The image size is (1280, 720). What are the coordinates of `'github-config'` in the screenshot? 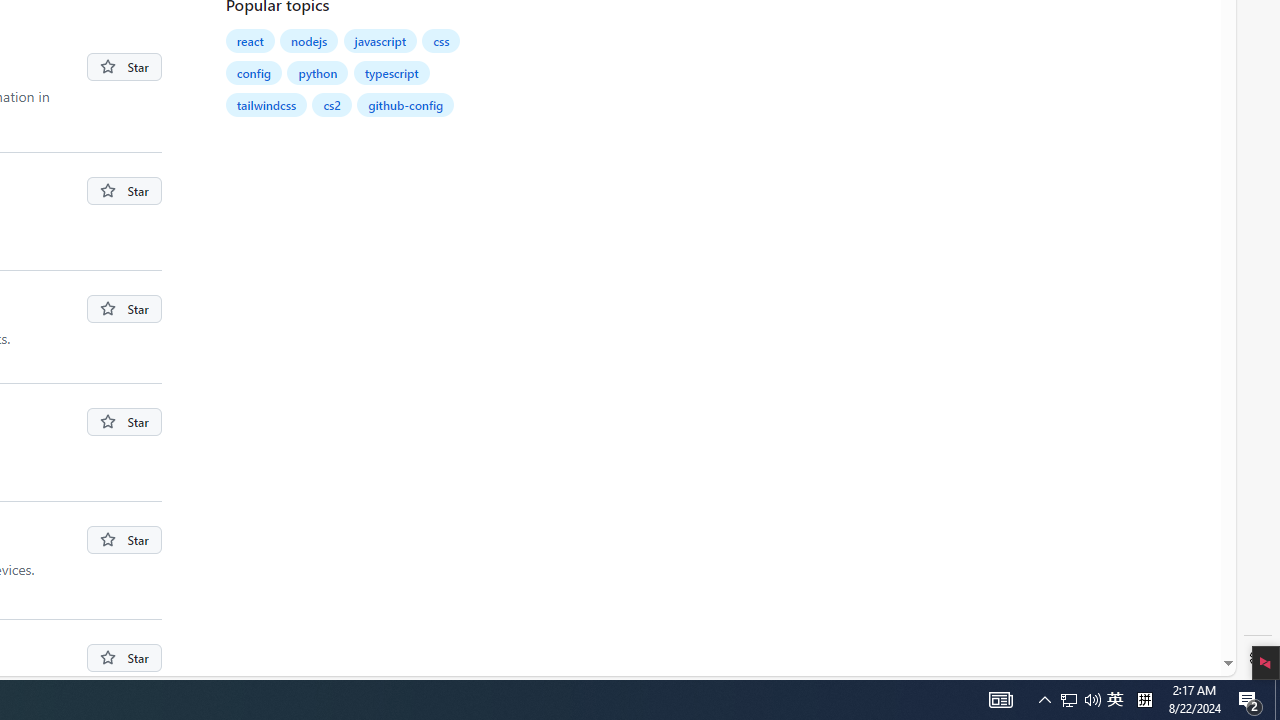 It's located at (404, 104).